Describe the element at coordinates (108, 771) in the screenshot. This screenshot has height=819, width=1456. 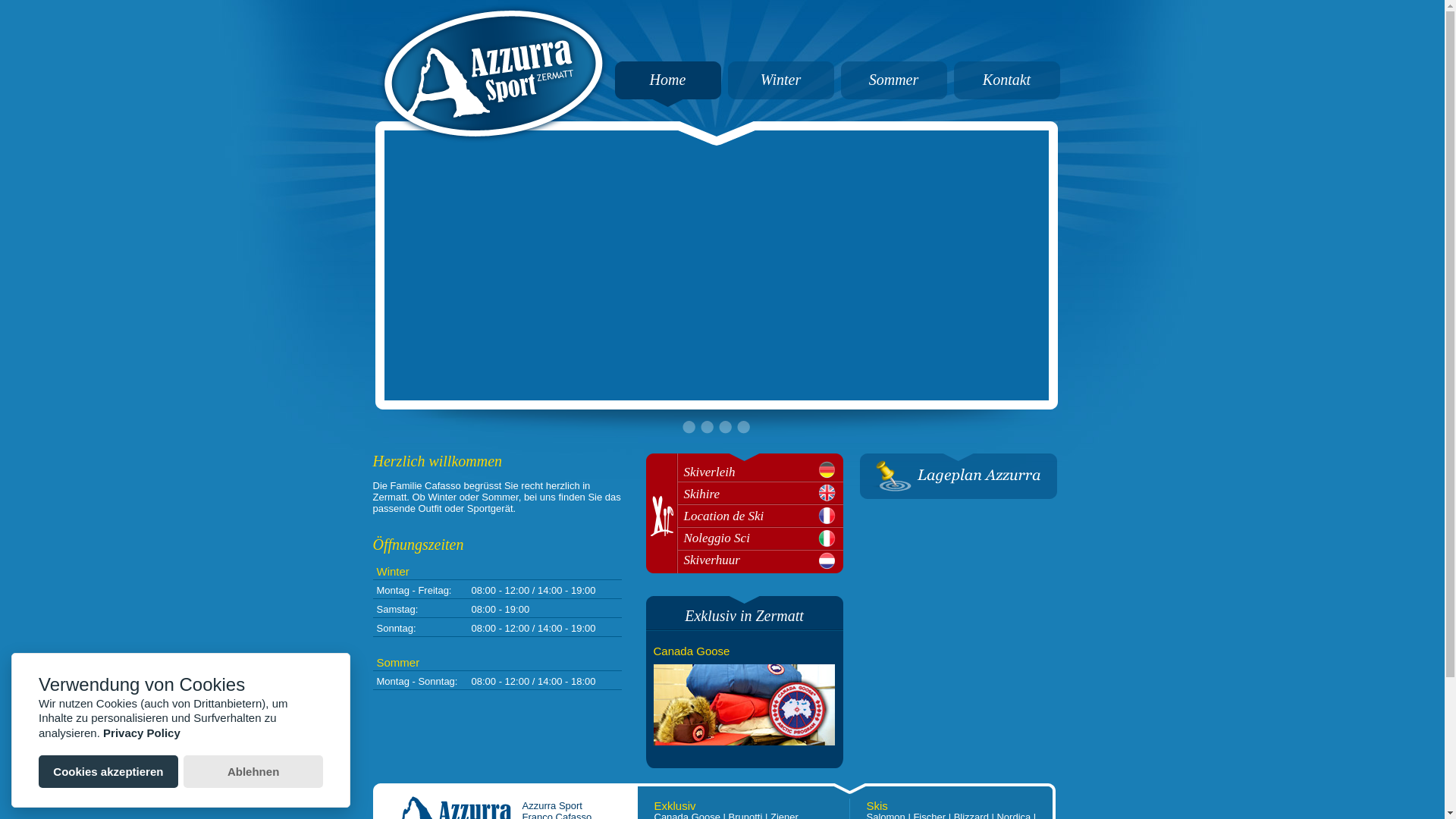
I see `'Cookies akzeptieren'` at that location.